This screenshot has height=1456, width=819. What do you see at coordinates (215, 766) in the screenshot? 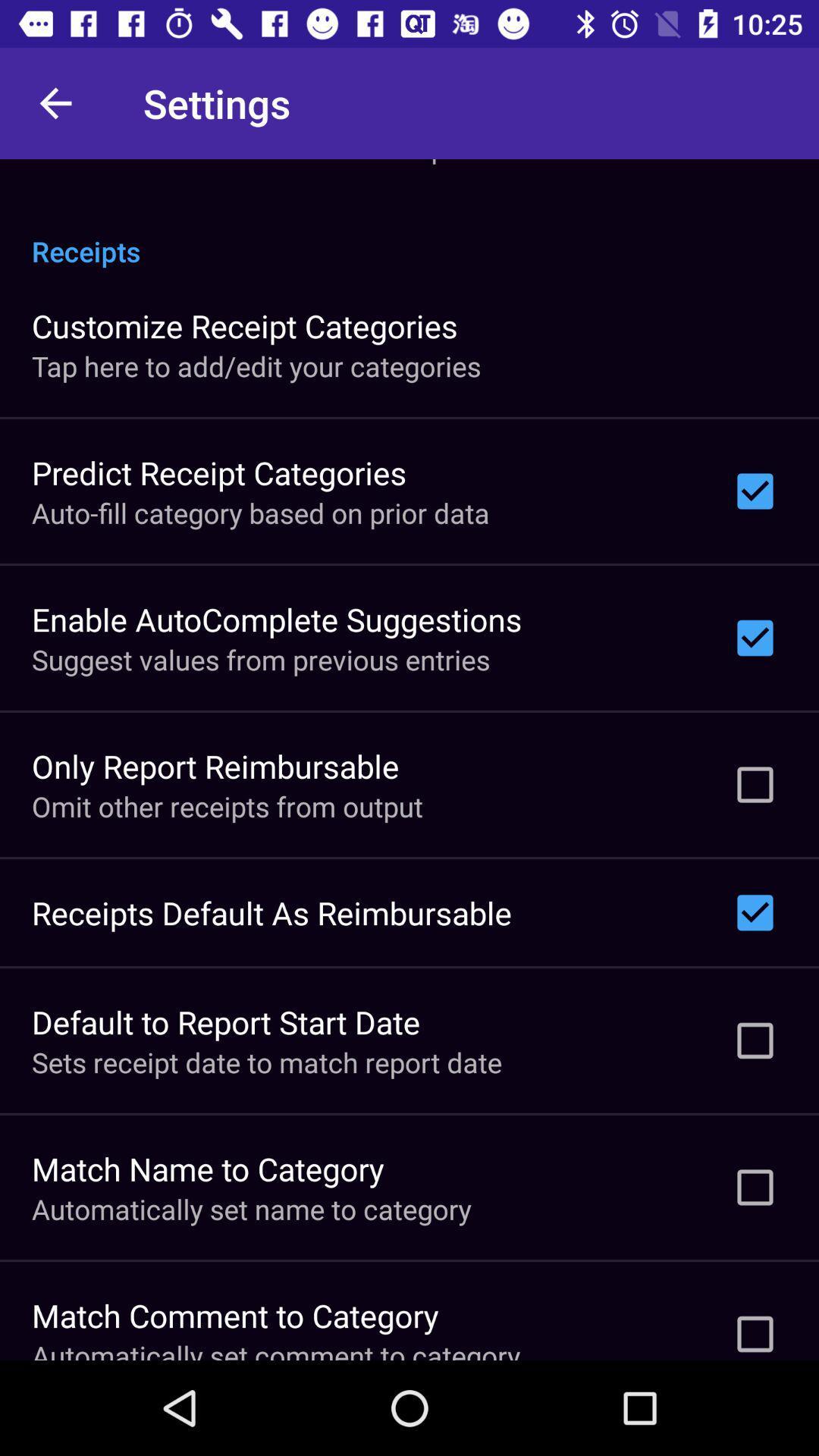
I see `item above omit other receipts icon` at bounding box center [215, 766].